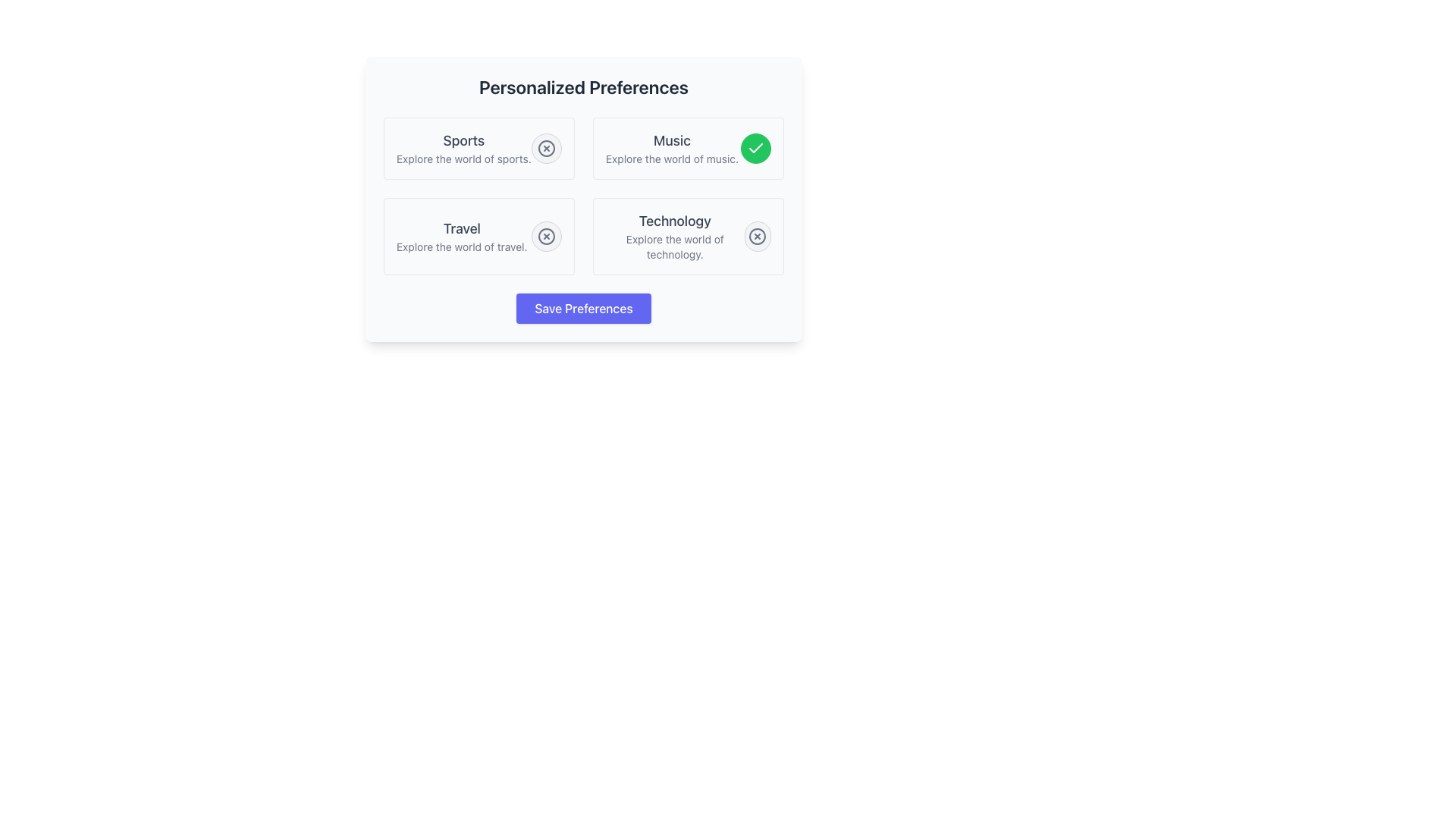 This screenshot has width=1456, height=819. I want to click on the selectable option titled 'Music' in the upper-right part of the four-grid layout, which includes a subtitle and is adjacent to a circular icon, so click(671, 149).